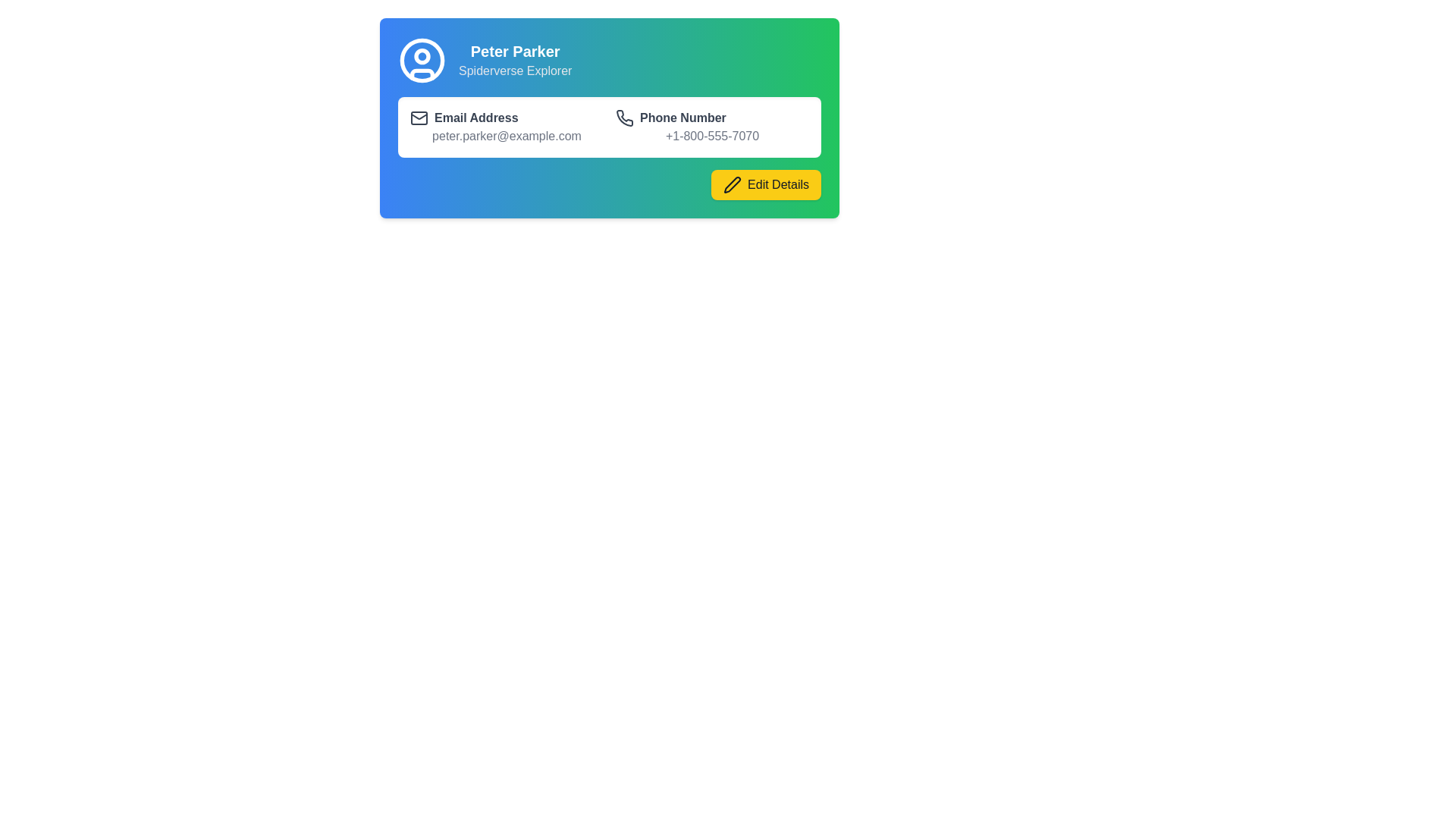  I want to click on the 'Email Address' label with an envelope icon, which is positioned in the user information card, under the user's name and above the email address, so click(507, 117).